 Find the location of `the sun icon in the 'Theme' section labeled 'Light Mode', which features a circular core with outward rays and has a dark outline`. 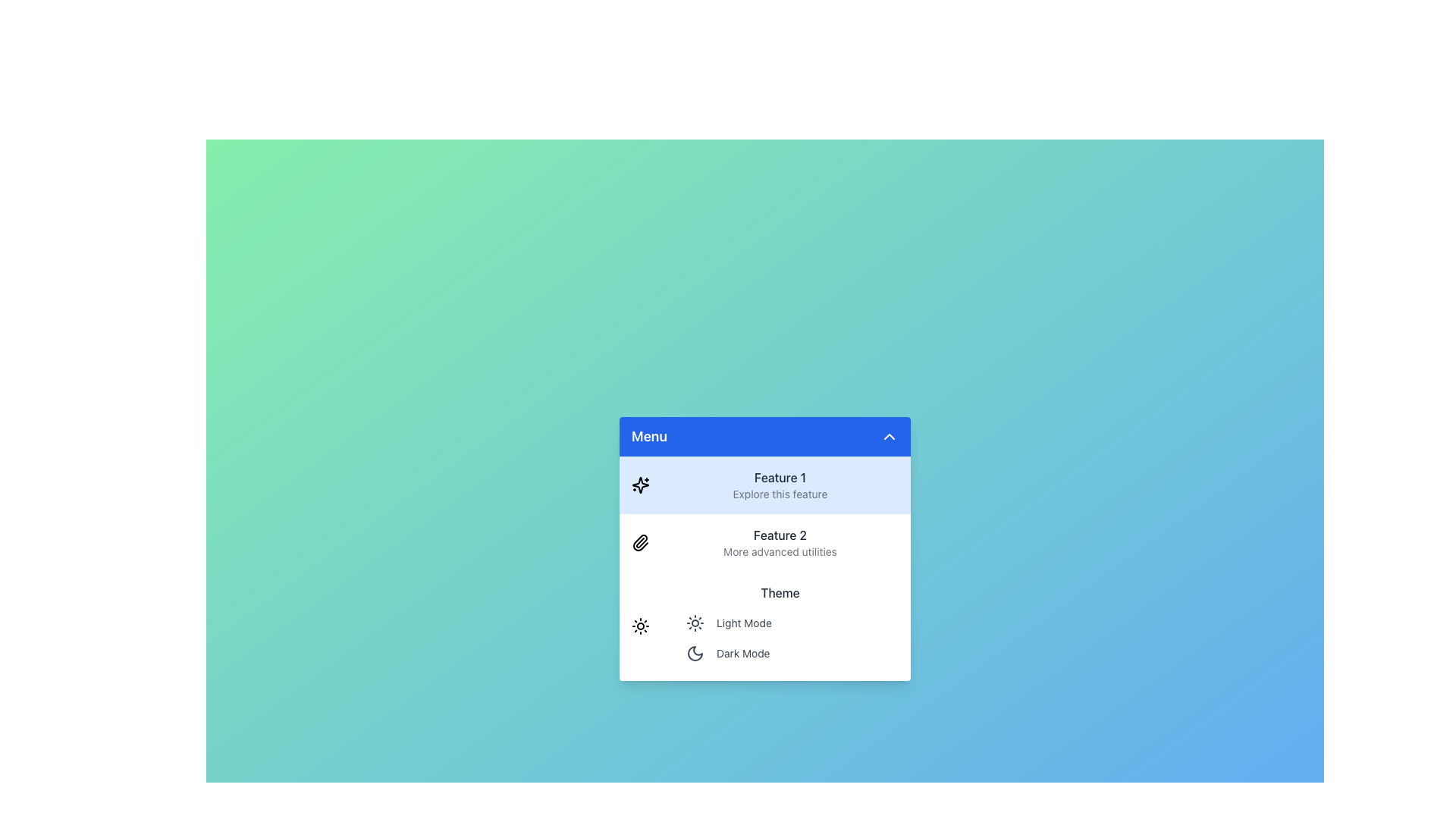

the sun icon in the 'Theme' section labeled 'Light Mode', which features a circular core with outward rays and has a dark outline is located at coordinates (694, 623).